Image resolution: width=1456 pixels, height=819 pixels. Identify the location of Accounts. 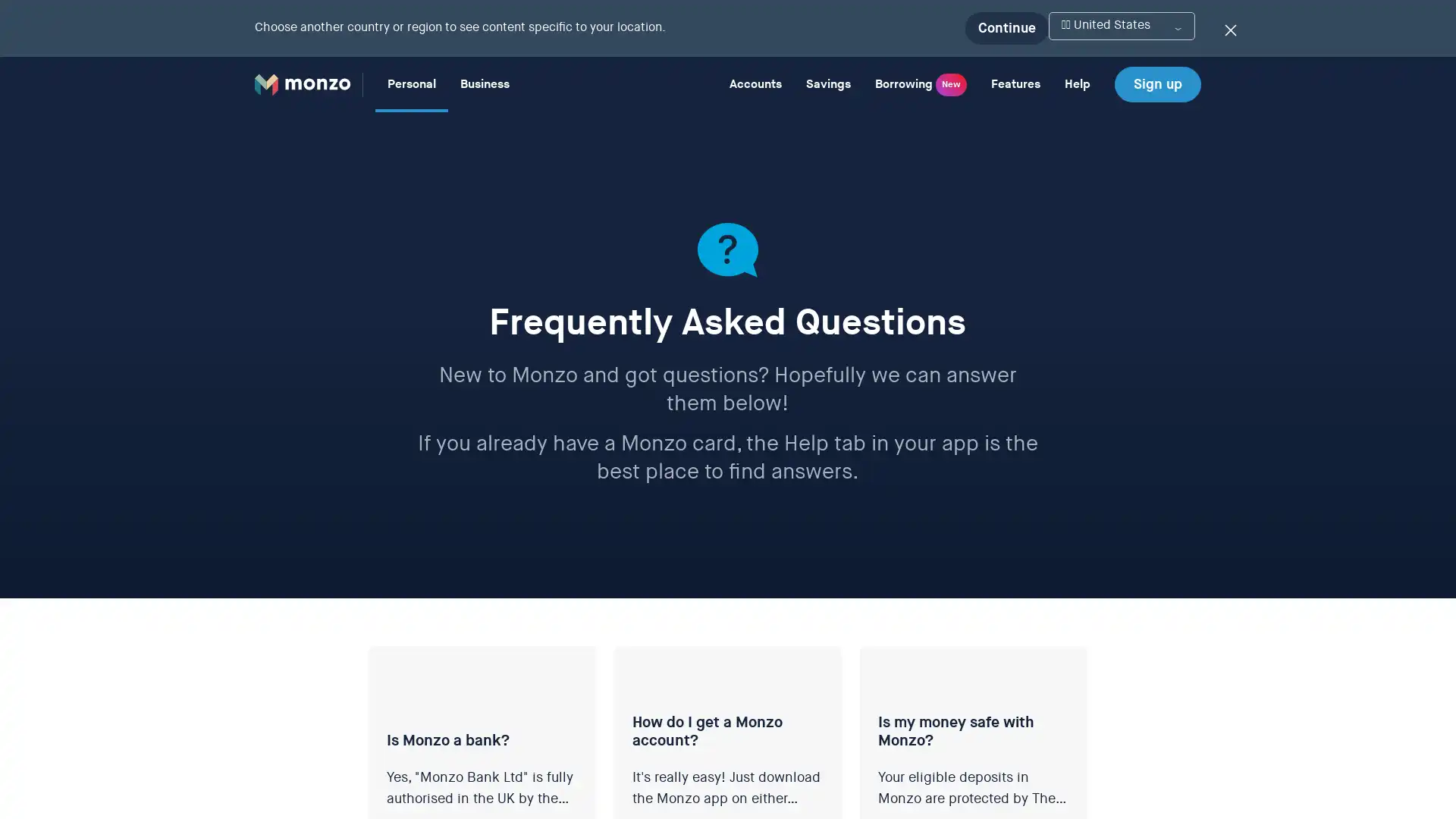
(755, 84).